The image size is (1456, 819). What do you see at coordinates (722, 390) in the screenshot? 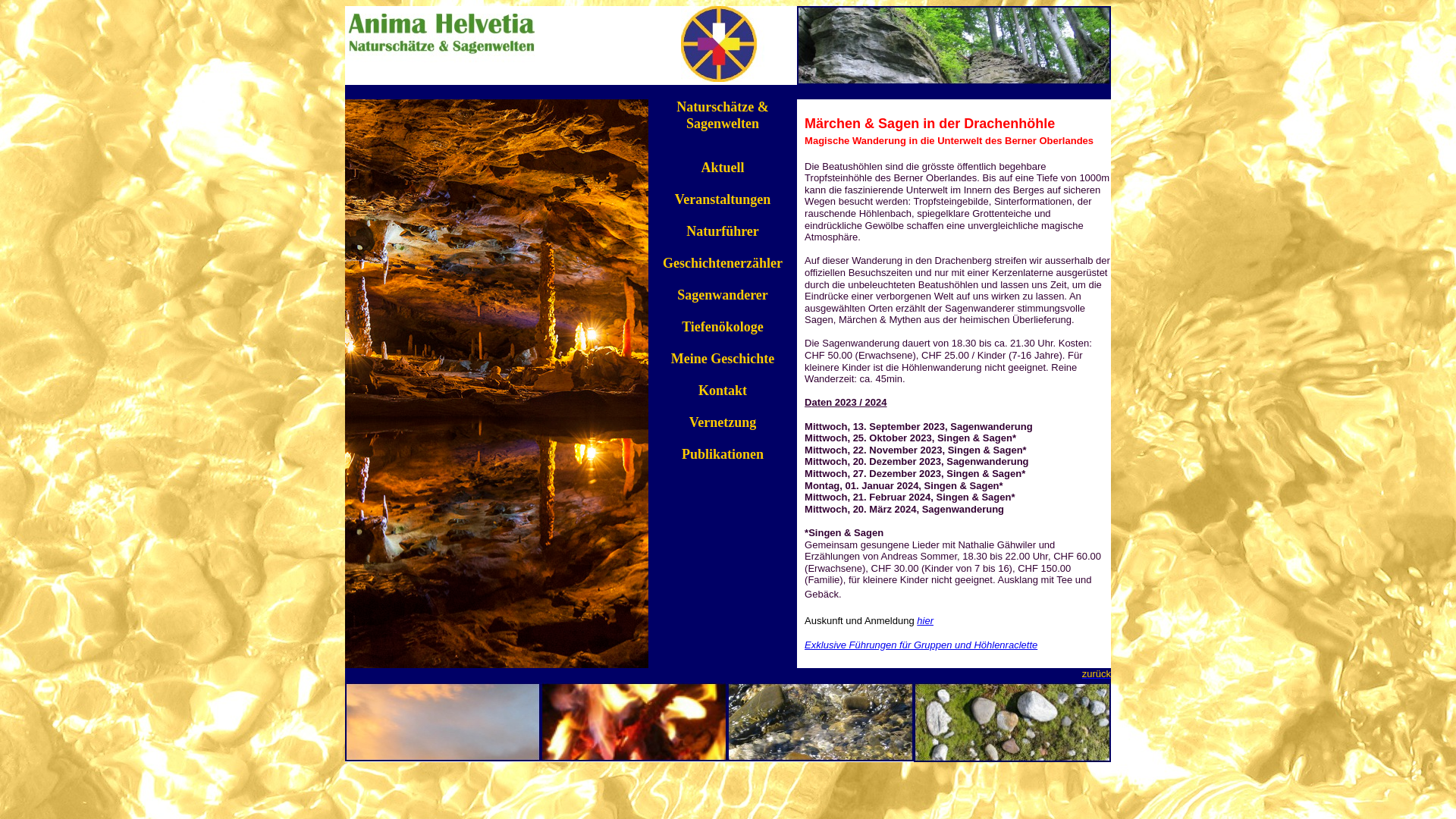
I see `'Kontakt'` at bounding box center [722, 390].